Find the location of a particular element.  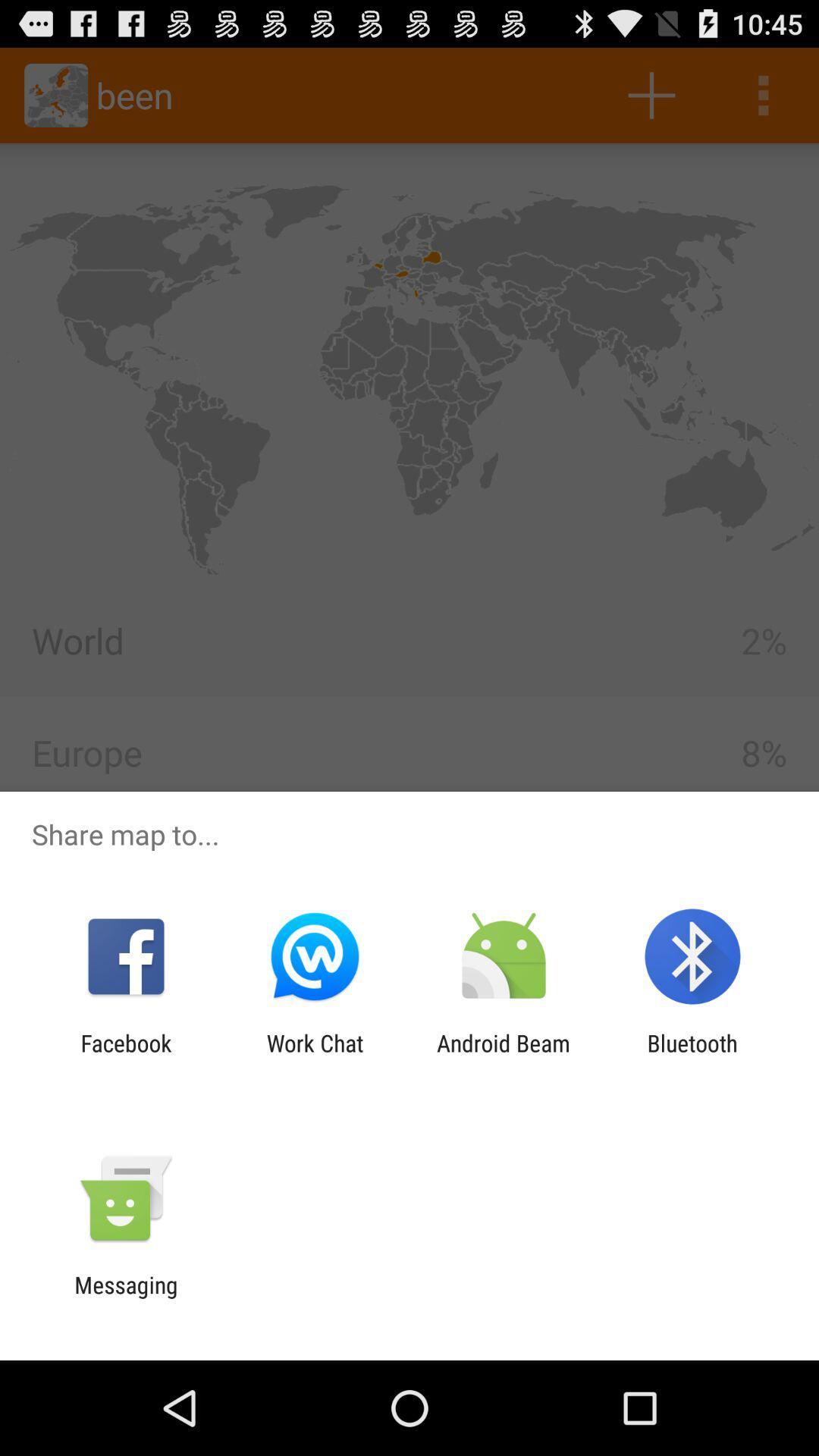

android beam icon is located at coordinates (504, 1056).